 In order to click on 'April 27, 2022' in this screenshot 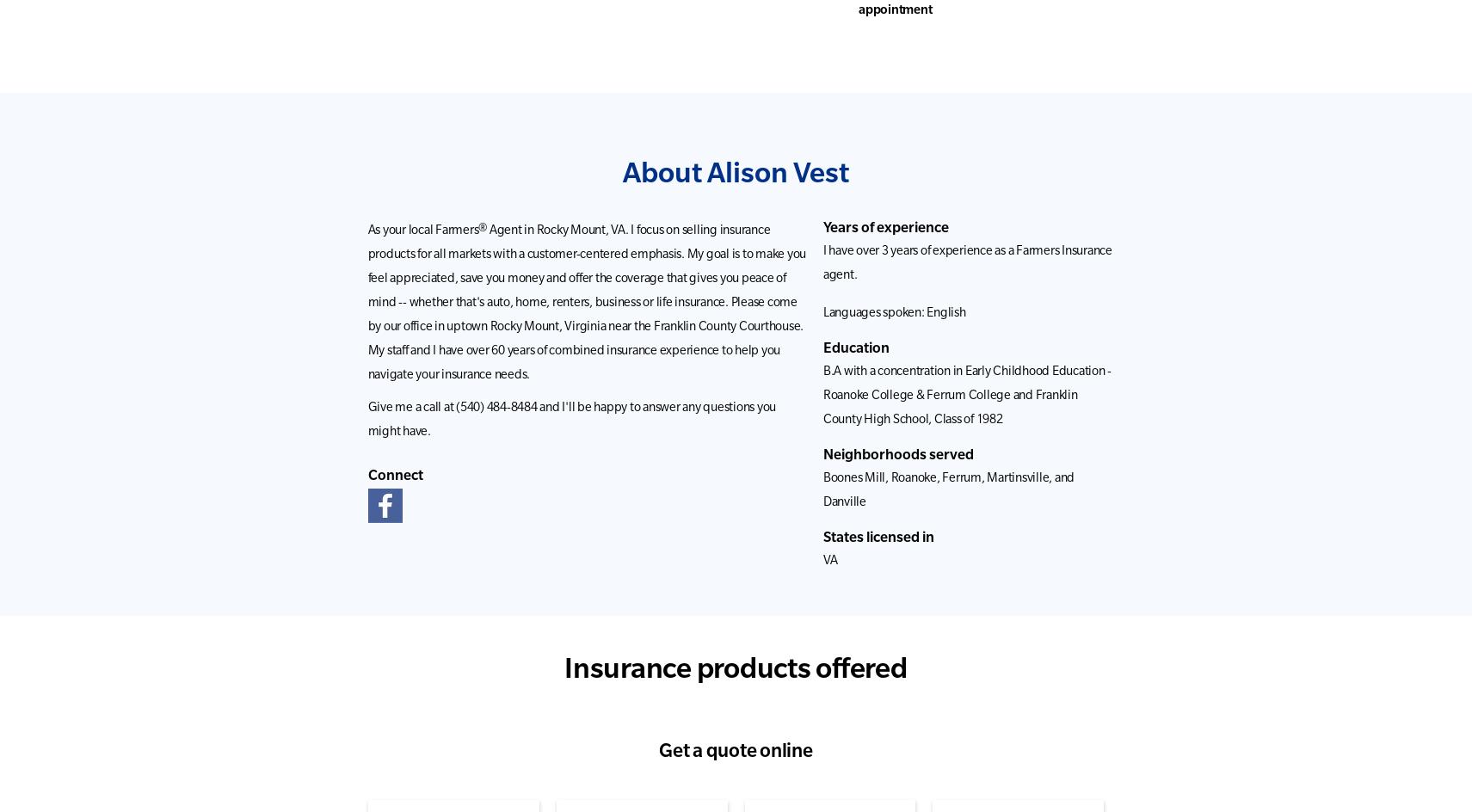, I will do `click(1146, 154)`.